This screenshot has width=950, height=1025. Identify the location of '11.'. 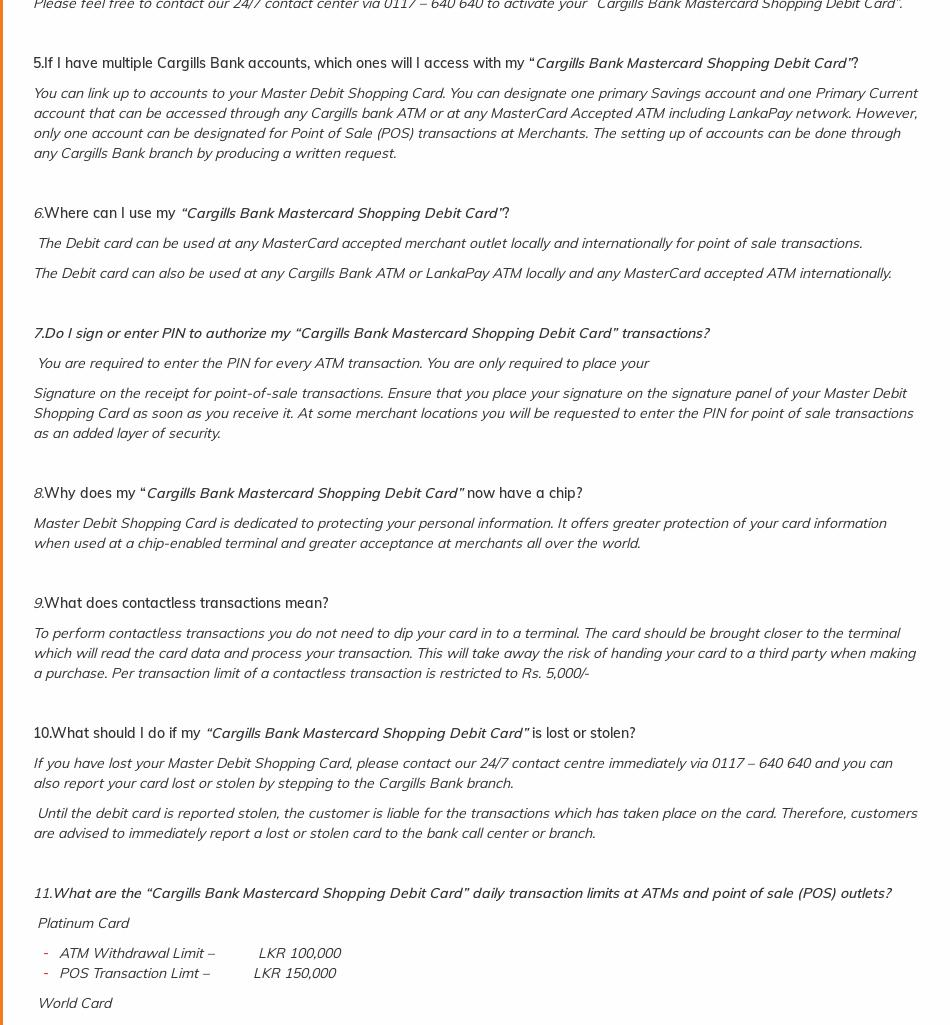
(32, 891).